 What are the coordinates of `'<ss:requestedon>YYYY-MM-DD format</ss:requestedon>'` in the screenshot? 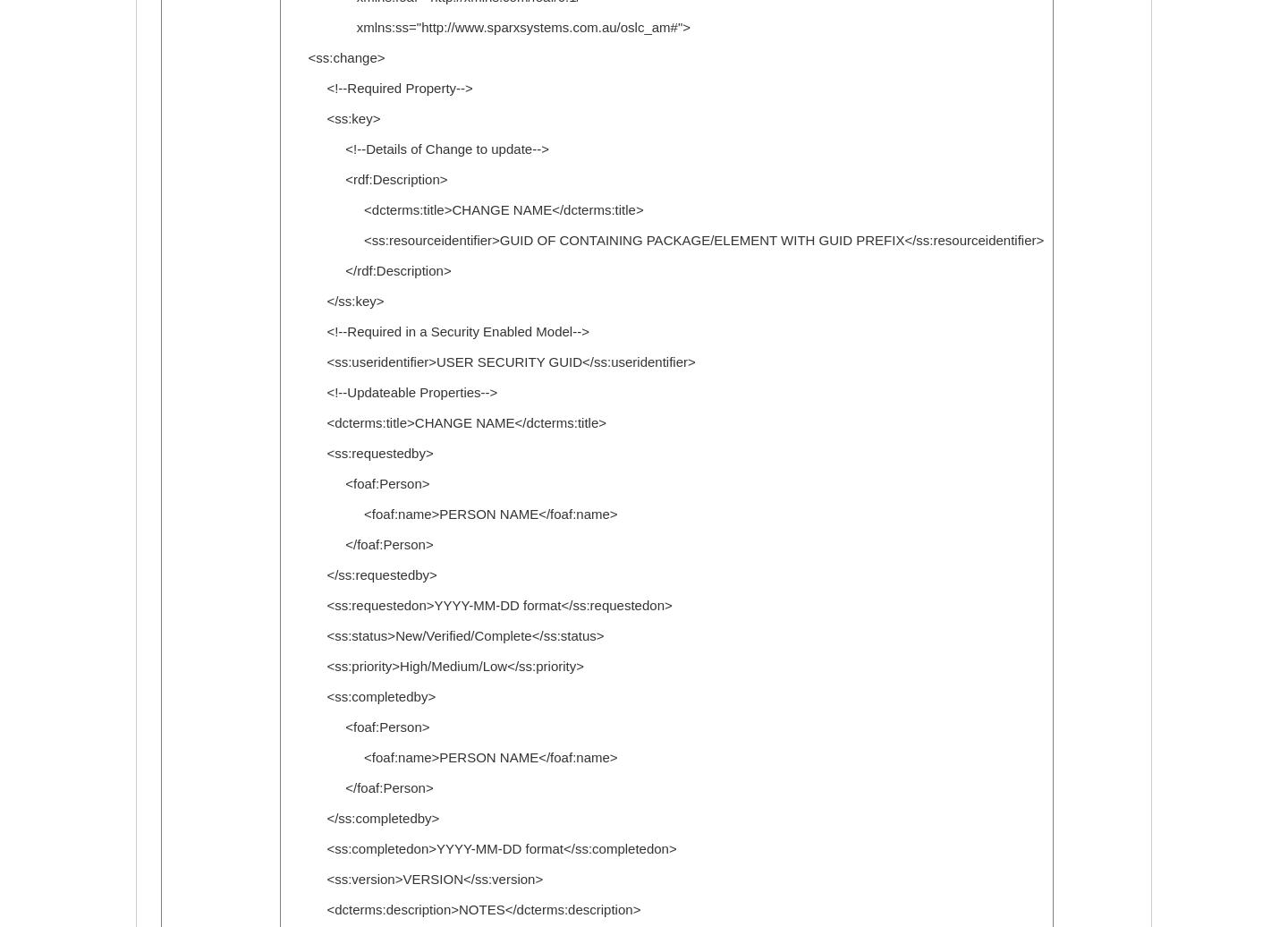 It's located at (479, 605).